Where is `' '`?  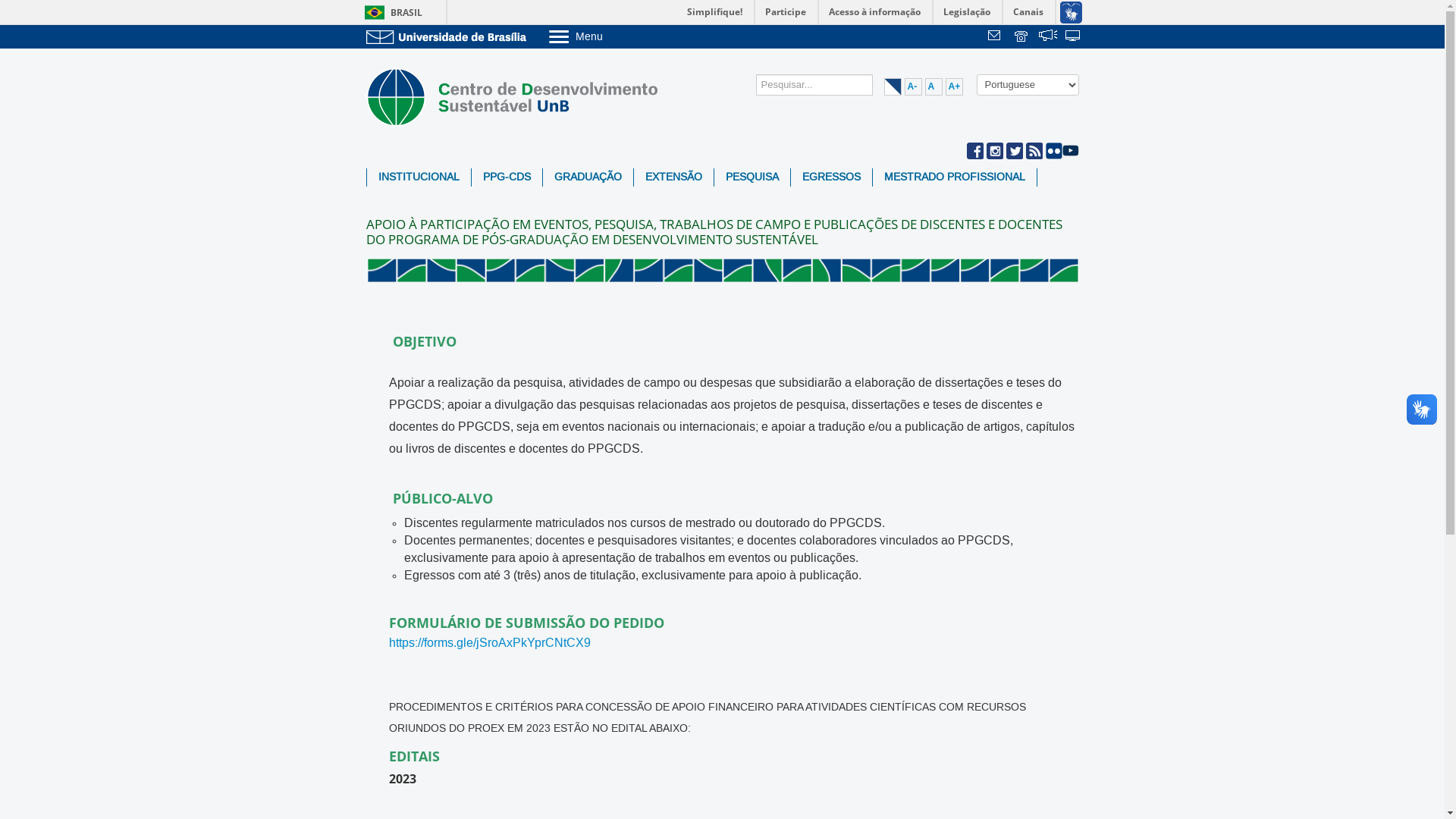 ' ' is located at coordinates (996, 36).